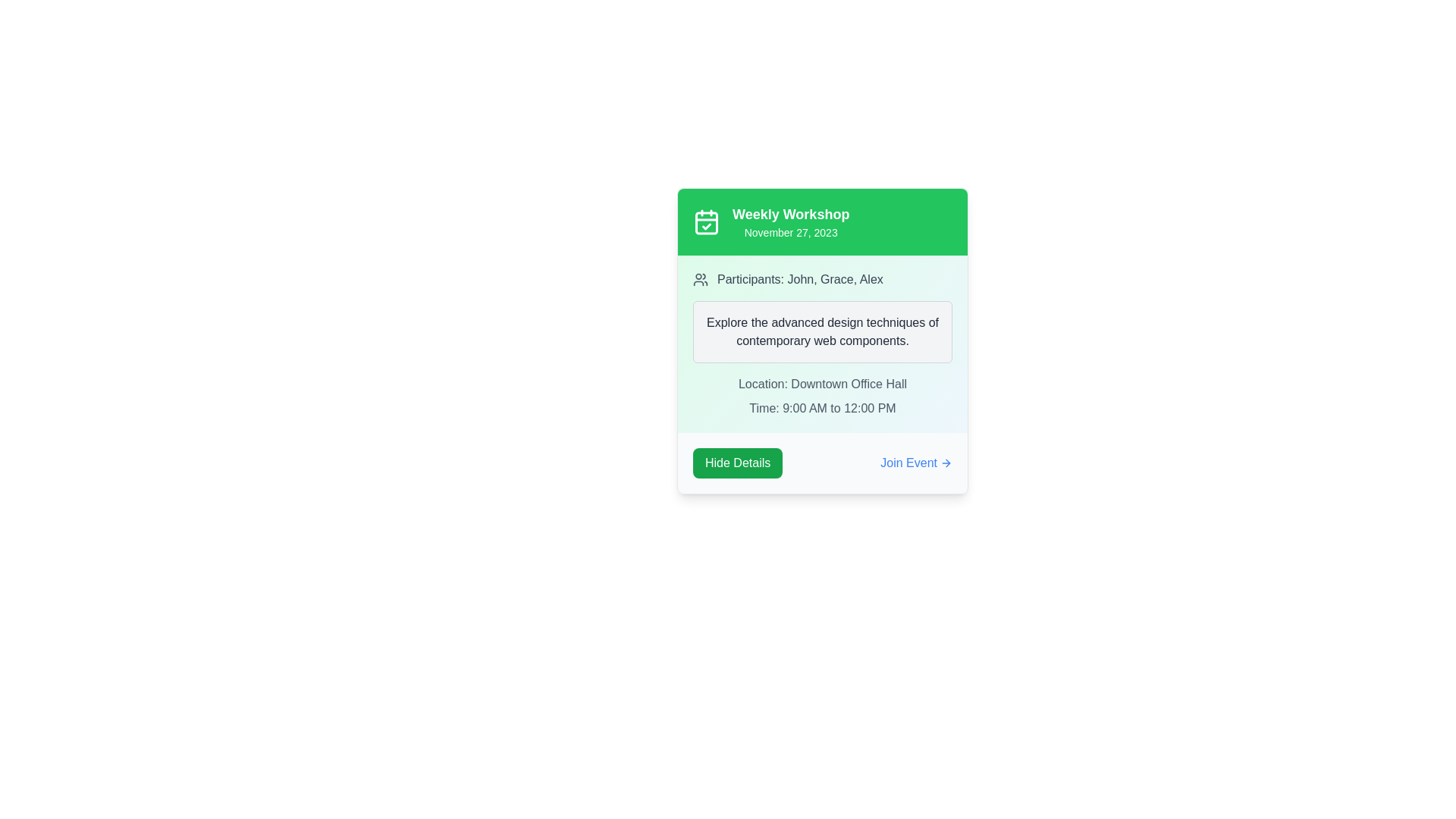 Image resolution: width=1456 pixels, height=819 pixels. Describe the element at coordinates (821, 396) in the screenshot. I see `text content of the Text block located at the bottom section of the card interface, which mentions a location and a time range, styled in gray sans-serif font` at that location.